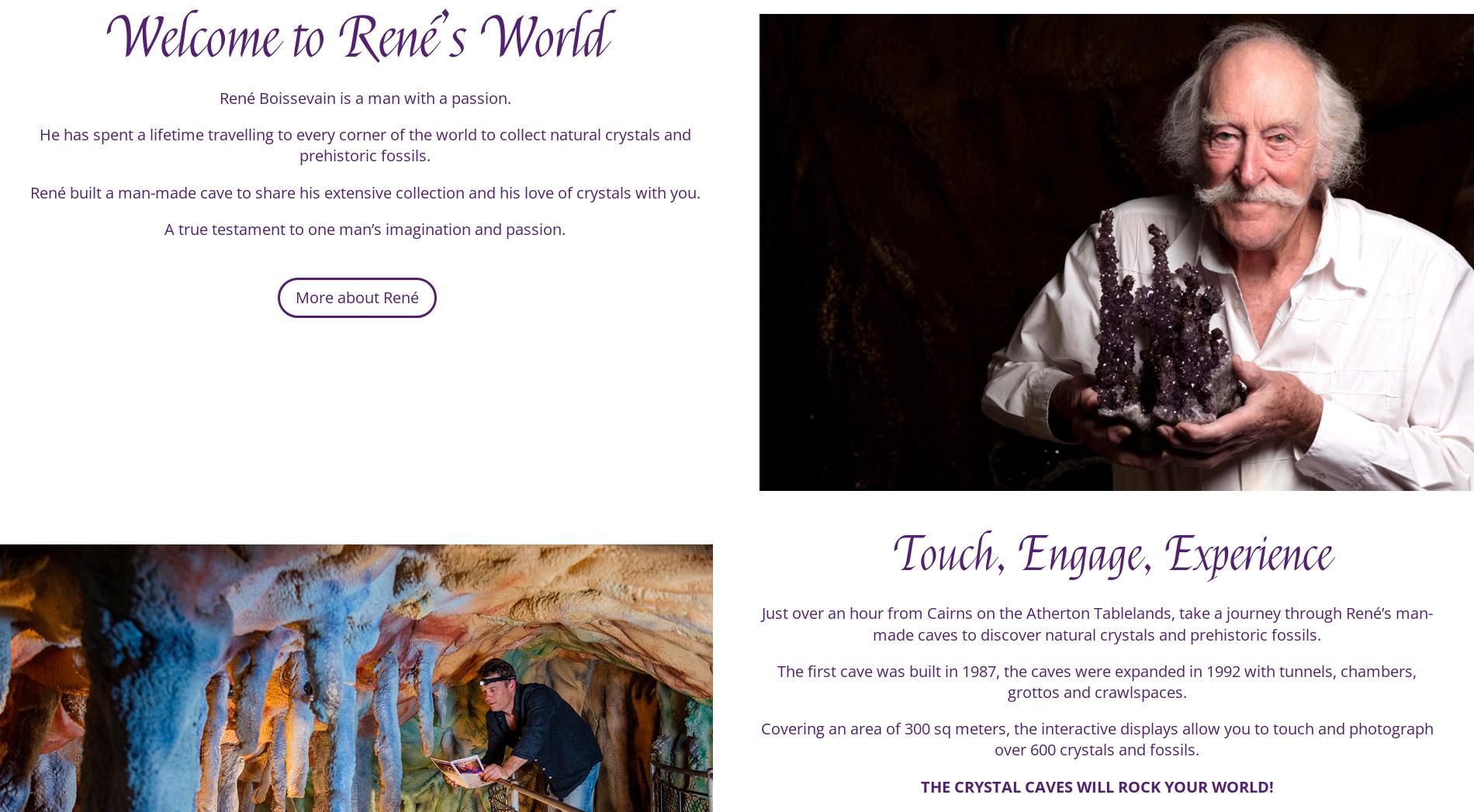  What do you see at coordinates (187, 240) in the screenshot?
I see `'A true'` at bounding box center [187, 240].